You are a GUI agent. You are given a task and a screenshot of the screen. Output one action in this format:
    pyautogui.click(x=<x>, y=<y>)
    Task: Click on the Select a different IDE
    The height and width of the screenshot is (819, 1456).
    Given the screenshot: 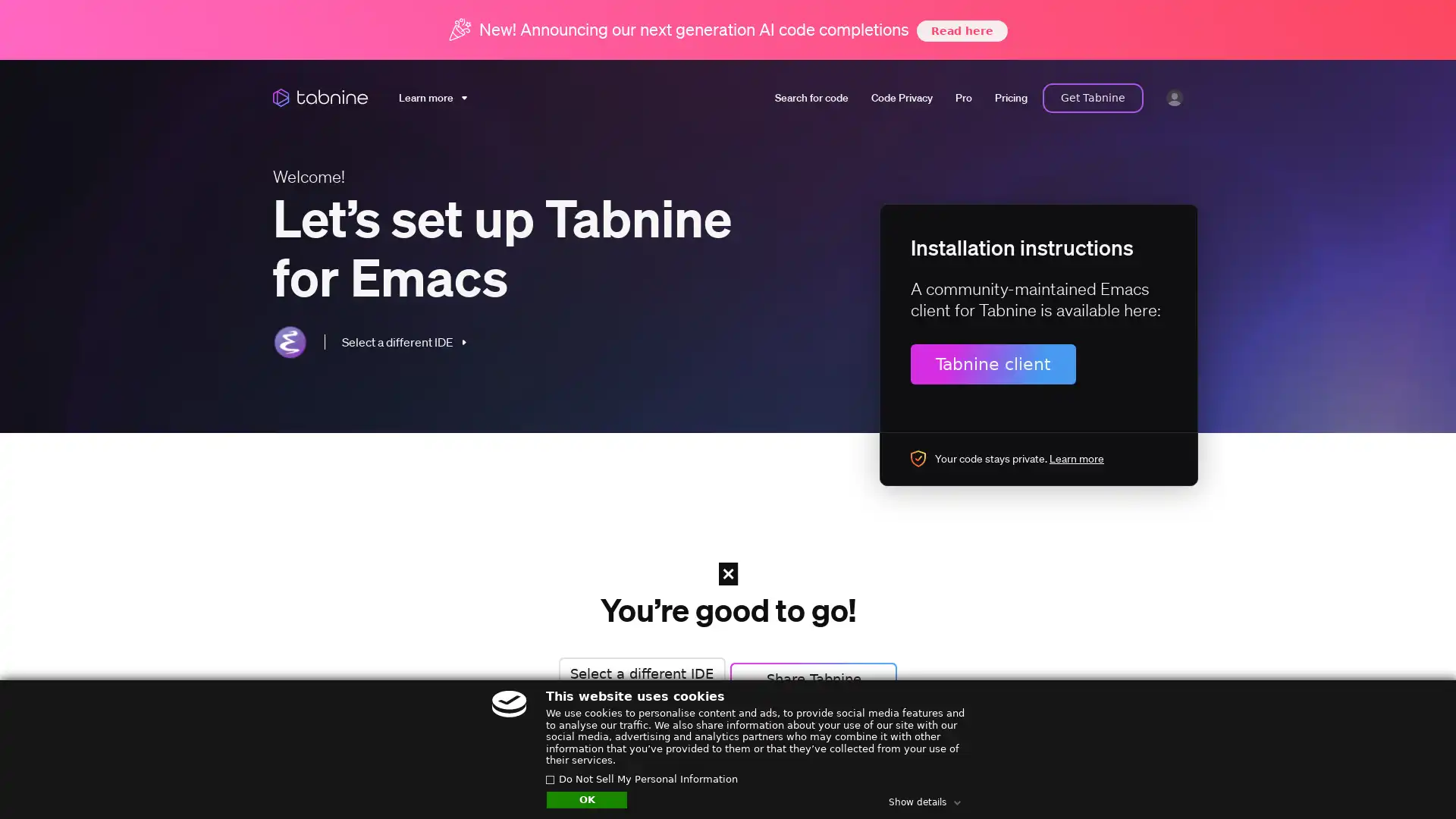 What is the action you would take?
    pyautogui.click(x=637, y=673)
    